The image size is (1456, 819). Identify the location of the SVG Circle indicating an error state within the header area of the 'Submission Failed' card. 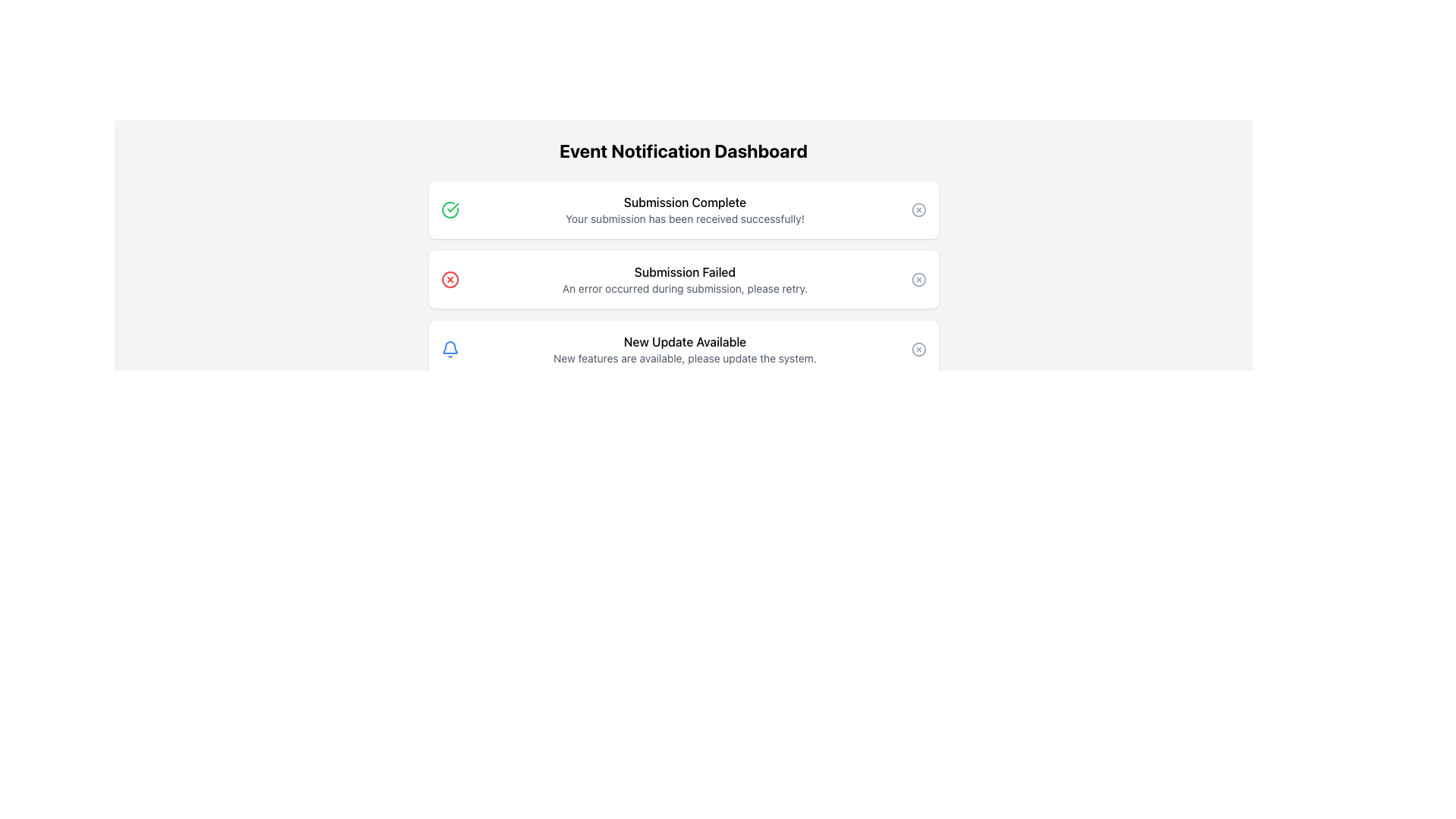
(918, 280).